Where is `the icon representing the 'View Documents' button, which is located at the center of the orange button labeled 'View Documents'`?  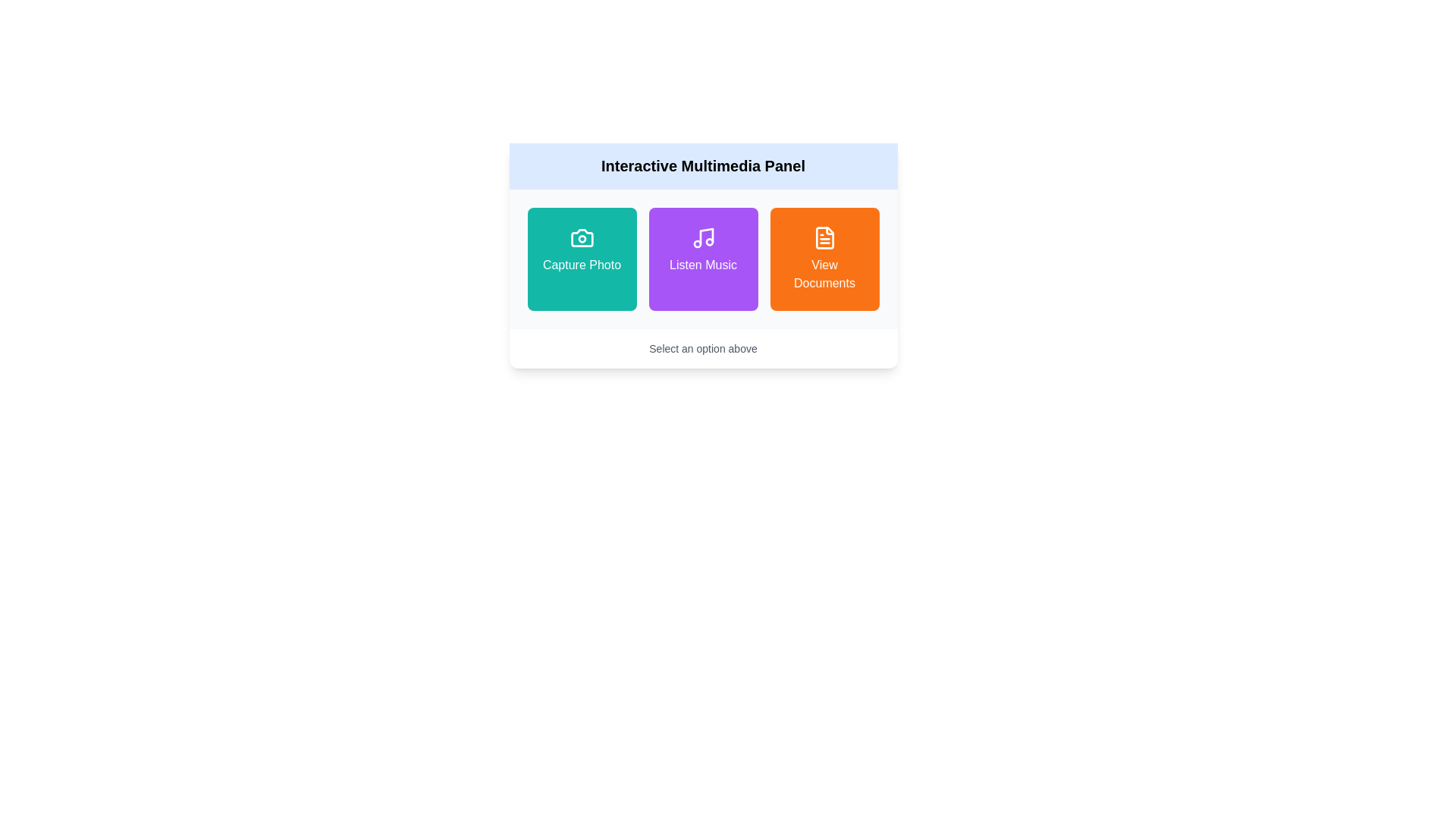 the icon representing the 'View Documents' button, which is located at the center of the orange button labeled 'View Documents' is located at coordinates (824, 237).